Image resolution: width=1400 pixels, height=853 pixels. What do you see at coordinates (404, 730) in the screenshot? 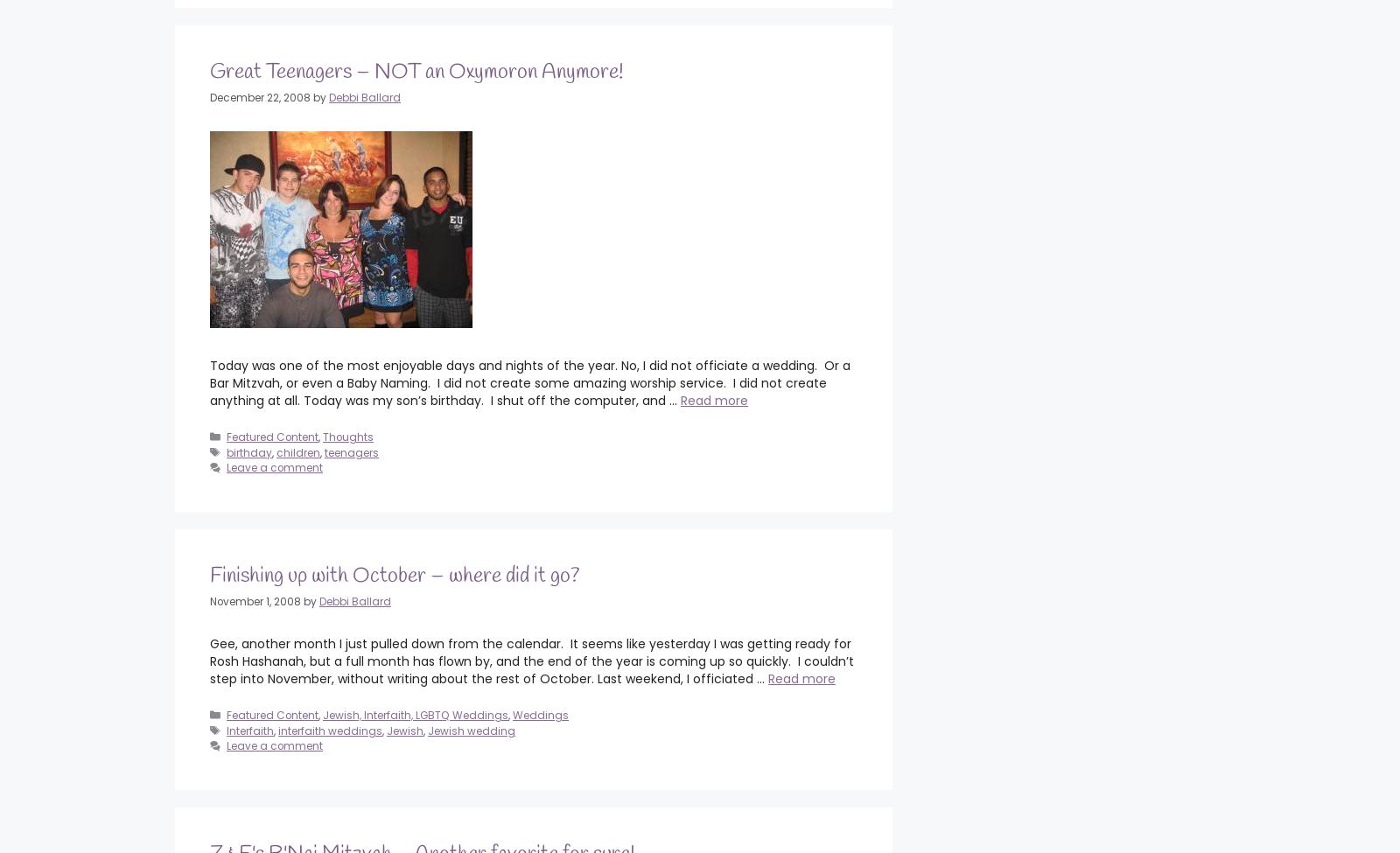
I see `'Jewish'` at bounding box center [404, 730].